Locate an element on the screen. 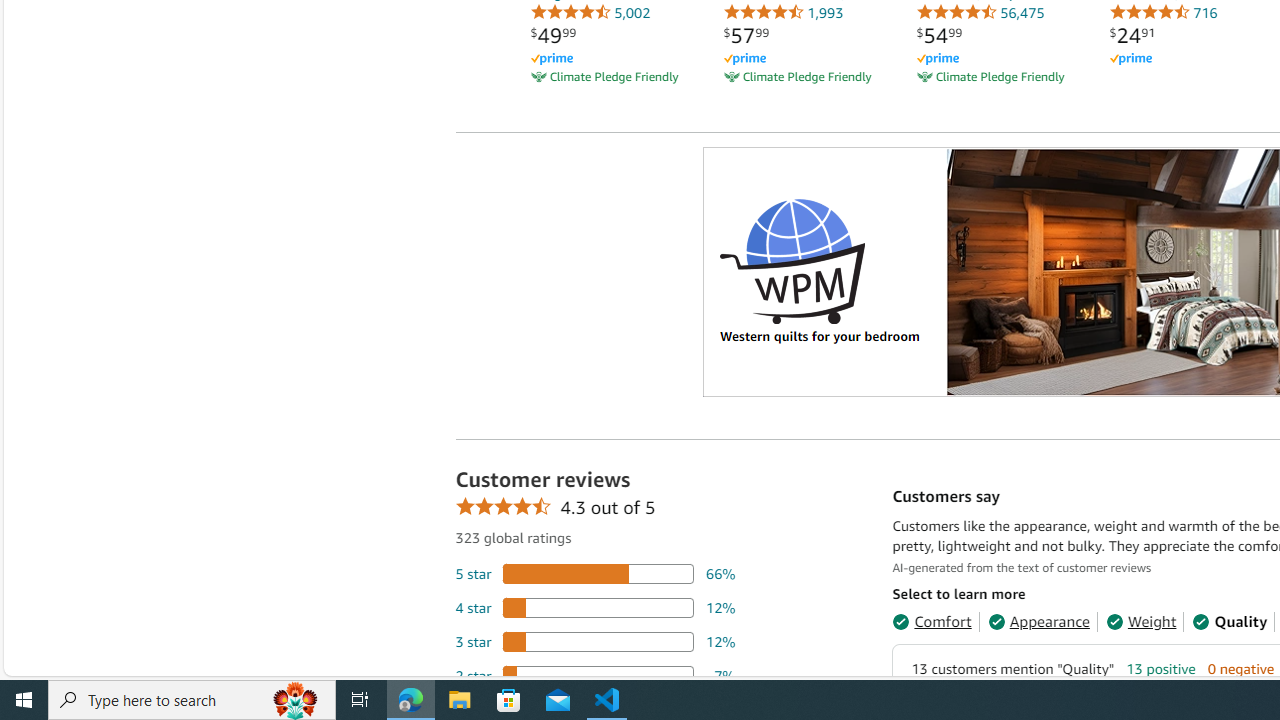 This screenshot has height=720, width=1280. '12 percent of reviews have 3 stars' is located at coordinates (594, 641).